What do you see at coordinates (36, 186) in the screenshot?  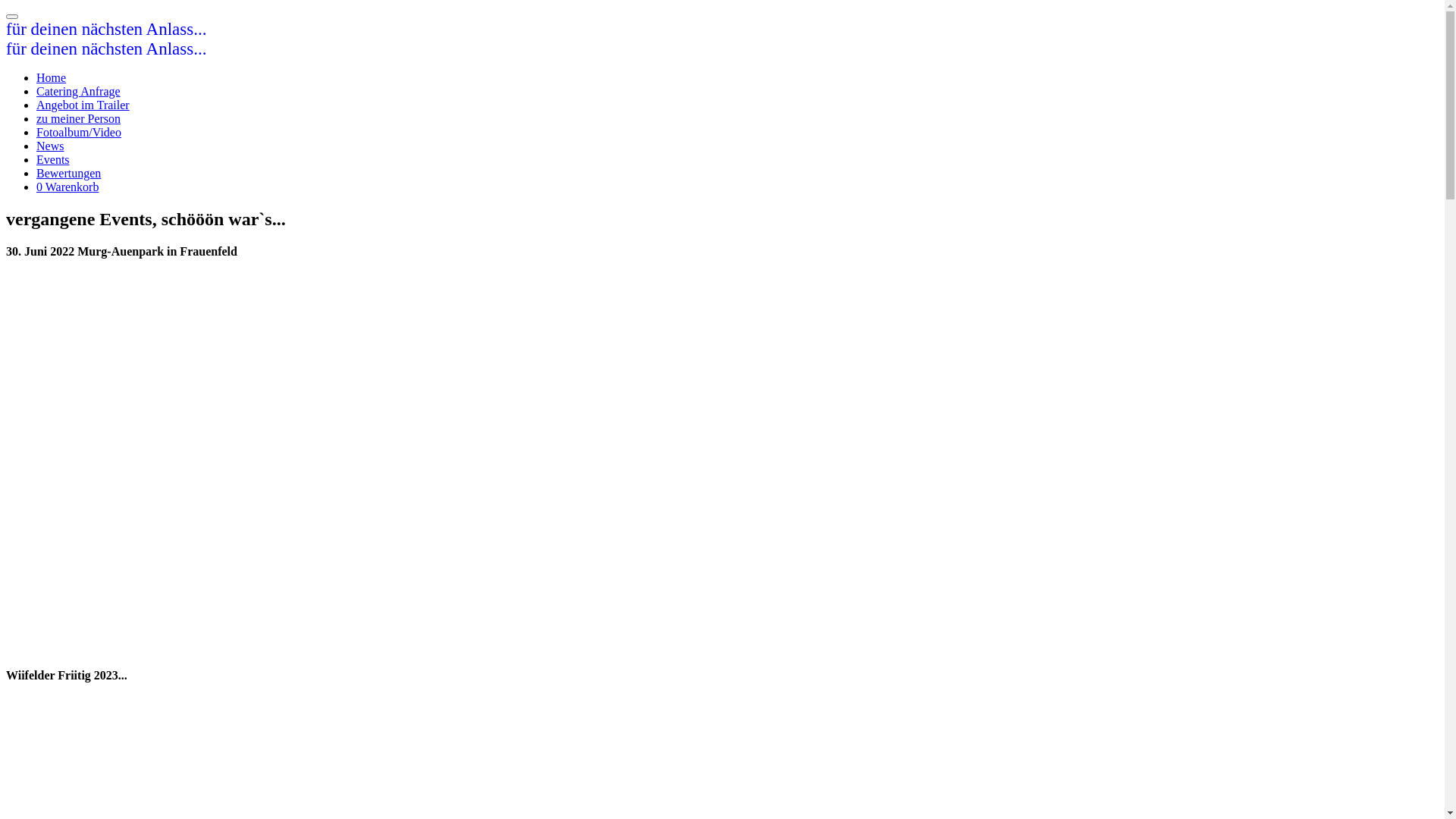 I see `'0 Warenkorb'` at bounding box center [36, 186].